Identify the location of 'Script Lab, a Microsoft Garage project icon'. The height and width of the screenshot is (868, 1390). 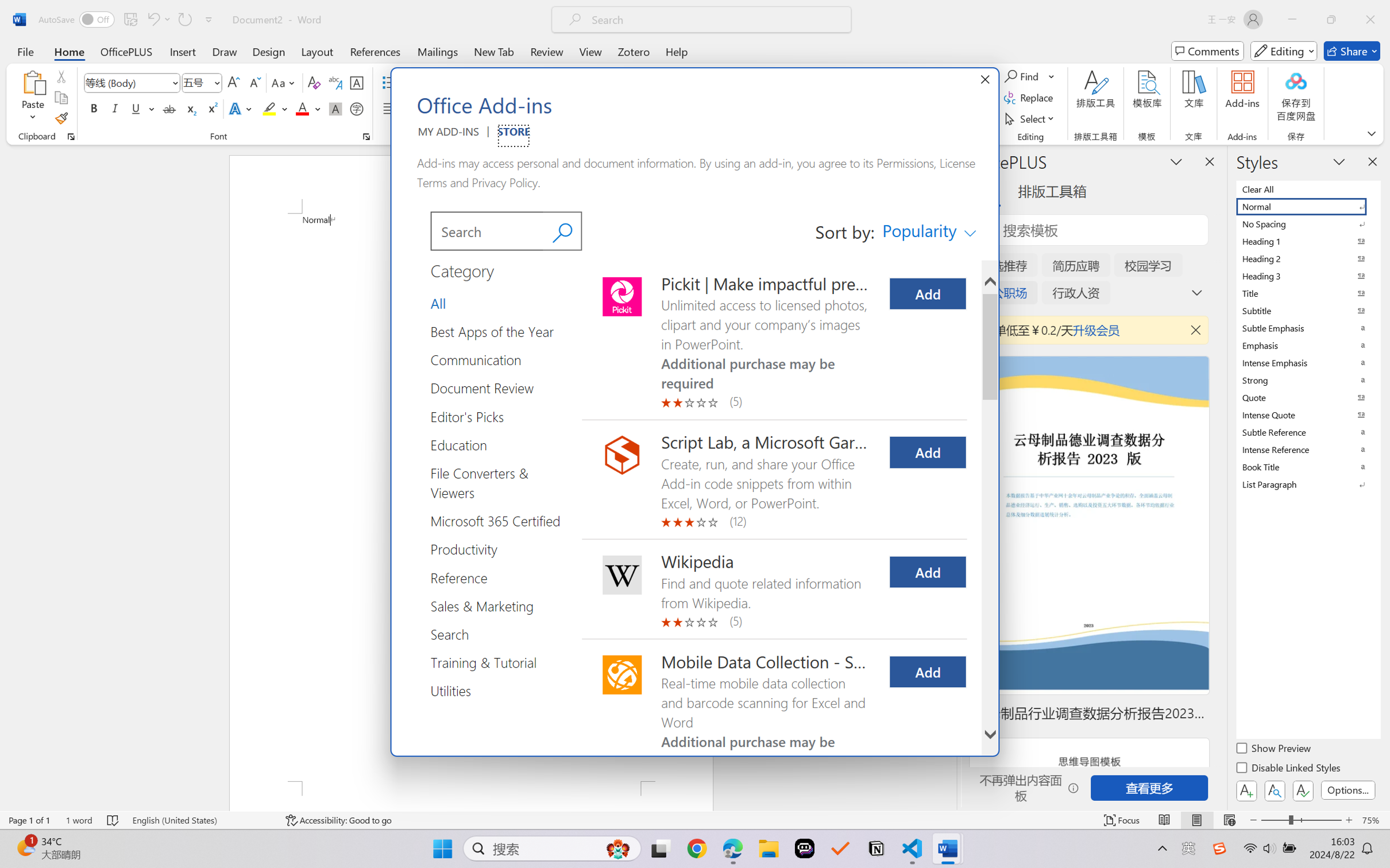
(621, 455).